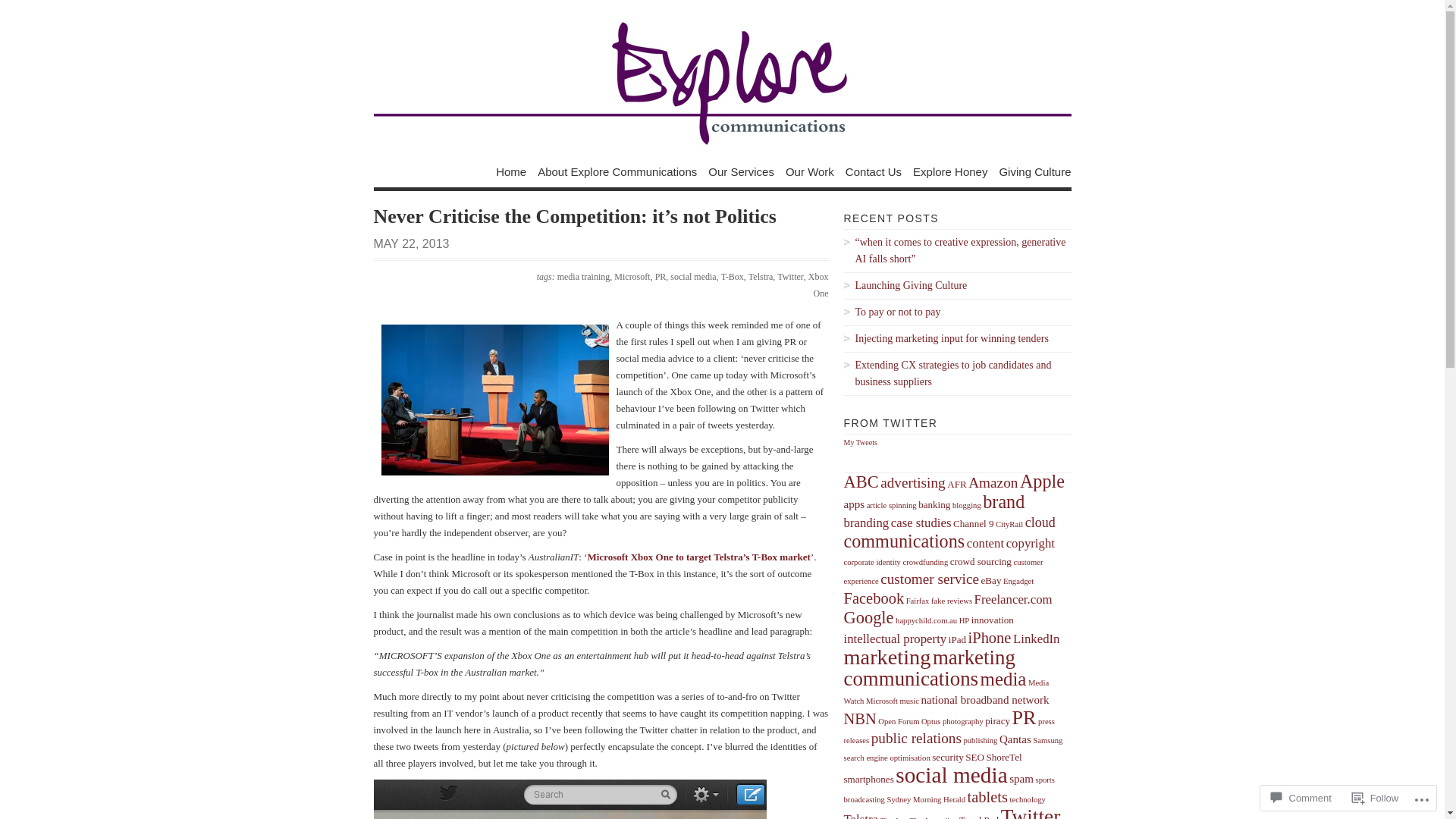 This screenshot has width=1456, height=819. I want to click on 'Explore Honey', so click(949, 171).